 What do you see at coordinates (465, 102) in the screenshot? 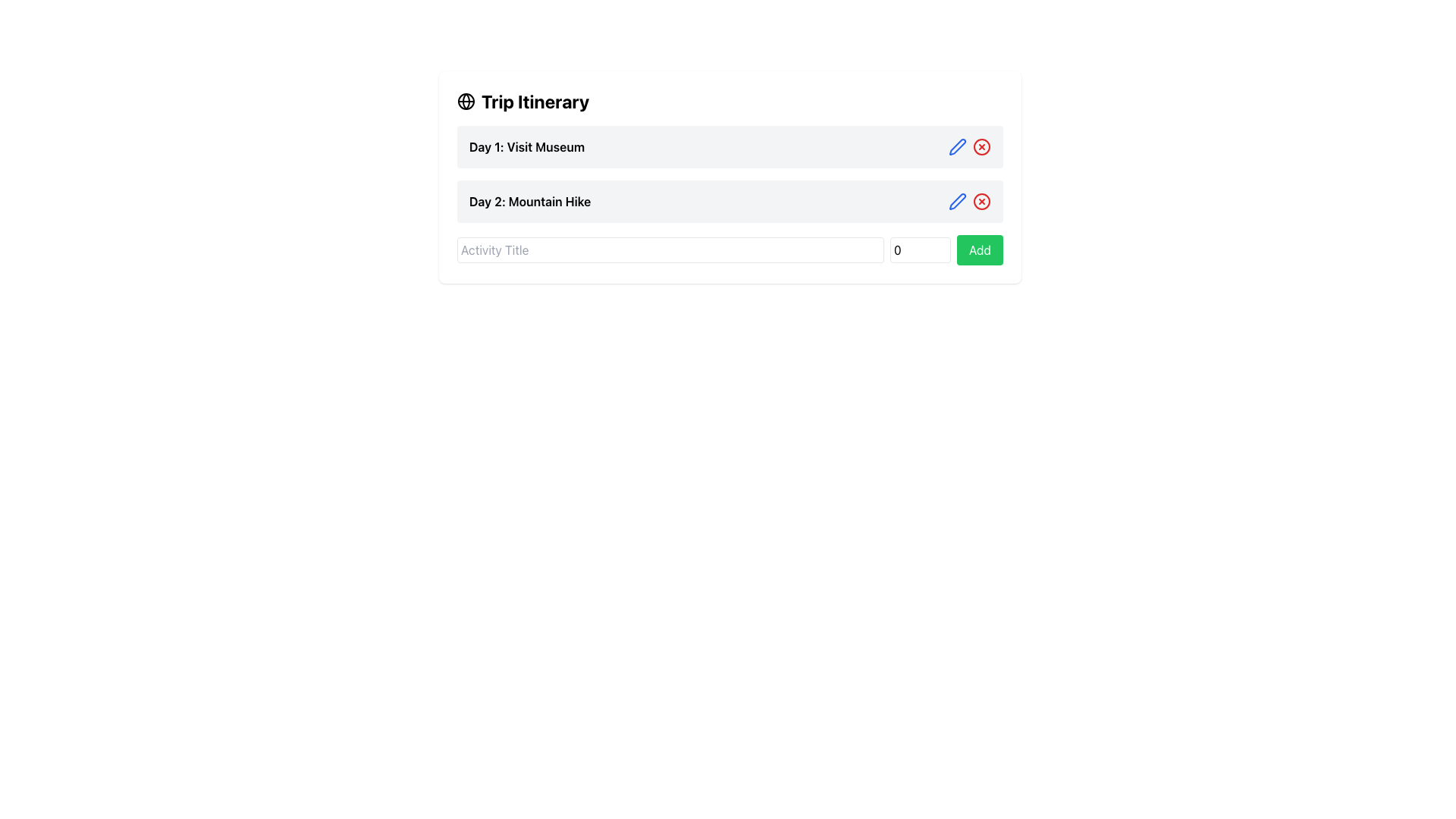
I see `the globe icon located in the top left corner of the 'Trip Itinerary' header by moving the cursor to its center point` at bounding box center [465, 102].